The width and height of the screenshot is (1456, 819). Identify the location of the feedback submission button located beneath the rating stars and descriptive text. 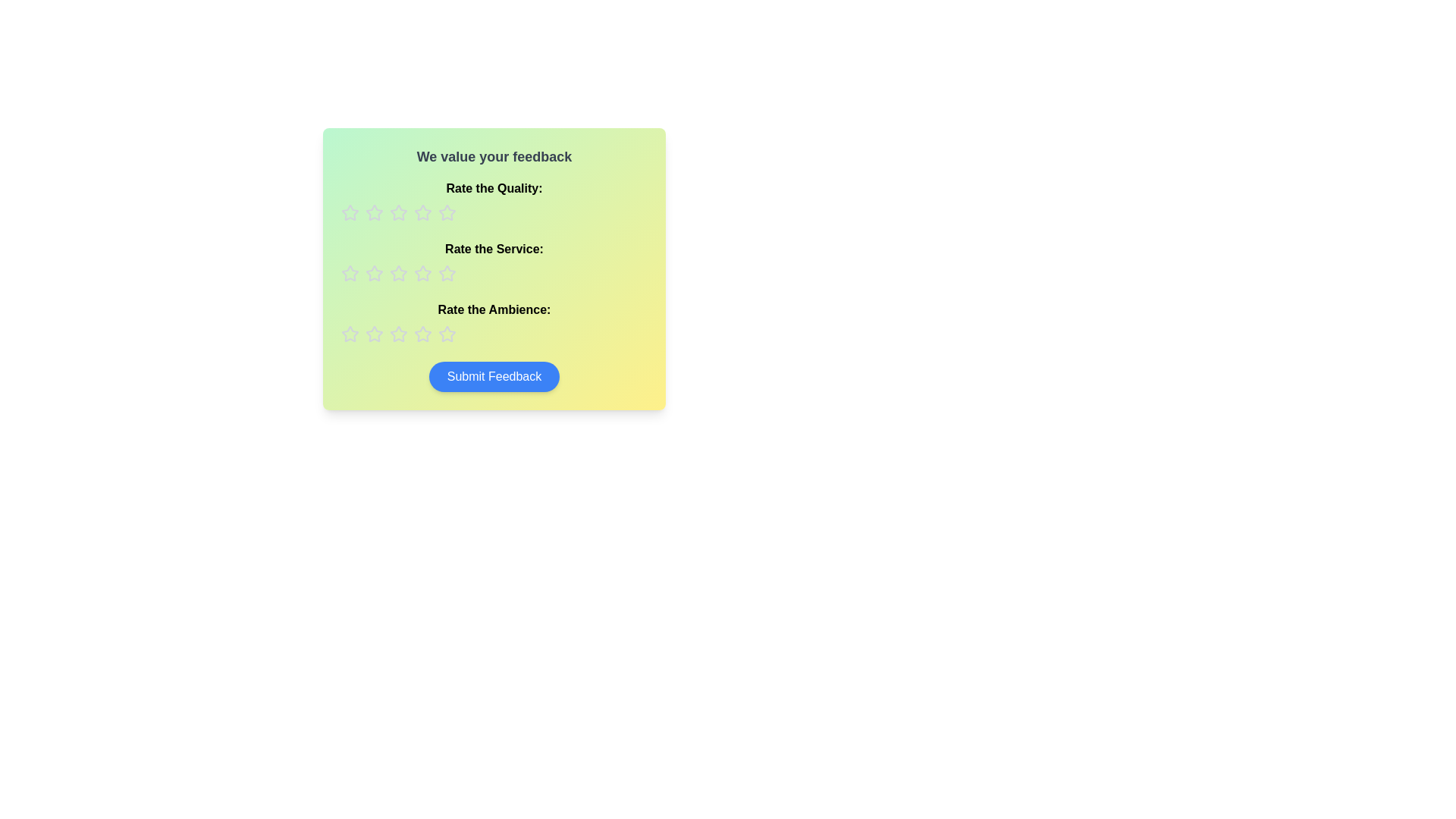
(494, 376).